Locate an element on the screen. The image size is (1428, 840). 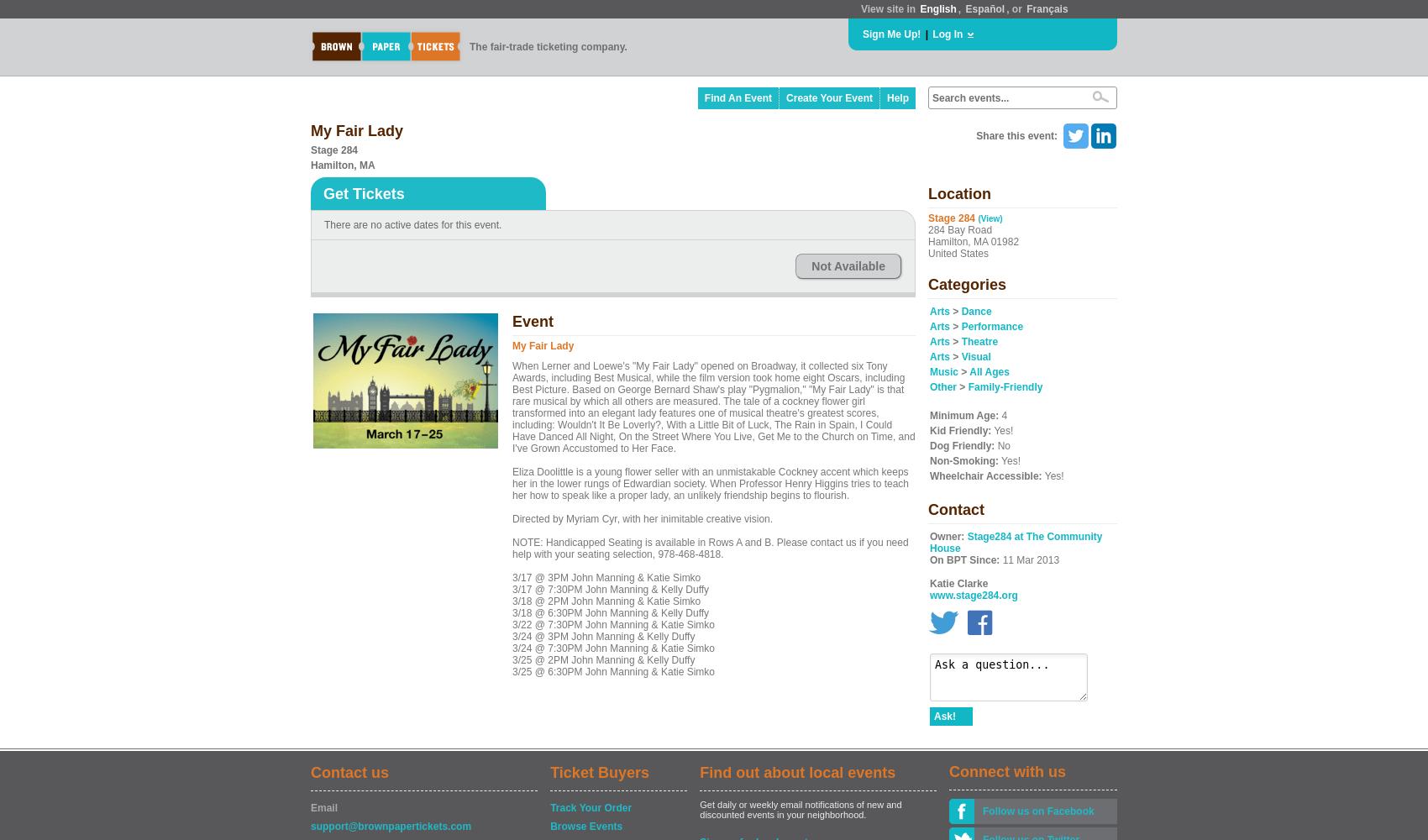
'www.stage284.org' is located at coordinates (974, 595).